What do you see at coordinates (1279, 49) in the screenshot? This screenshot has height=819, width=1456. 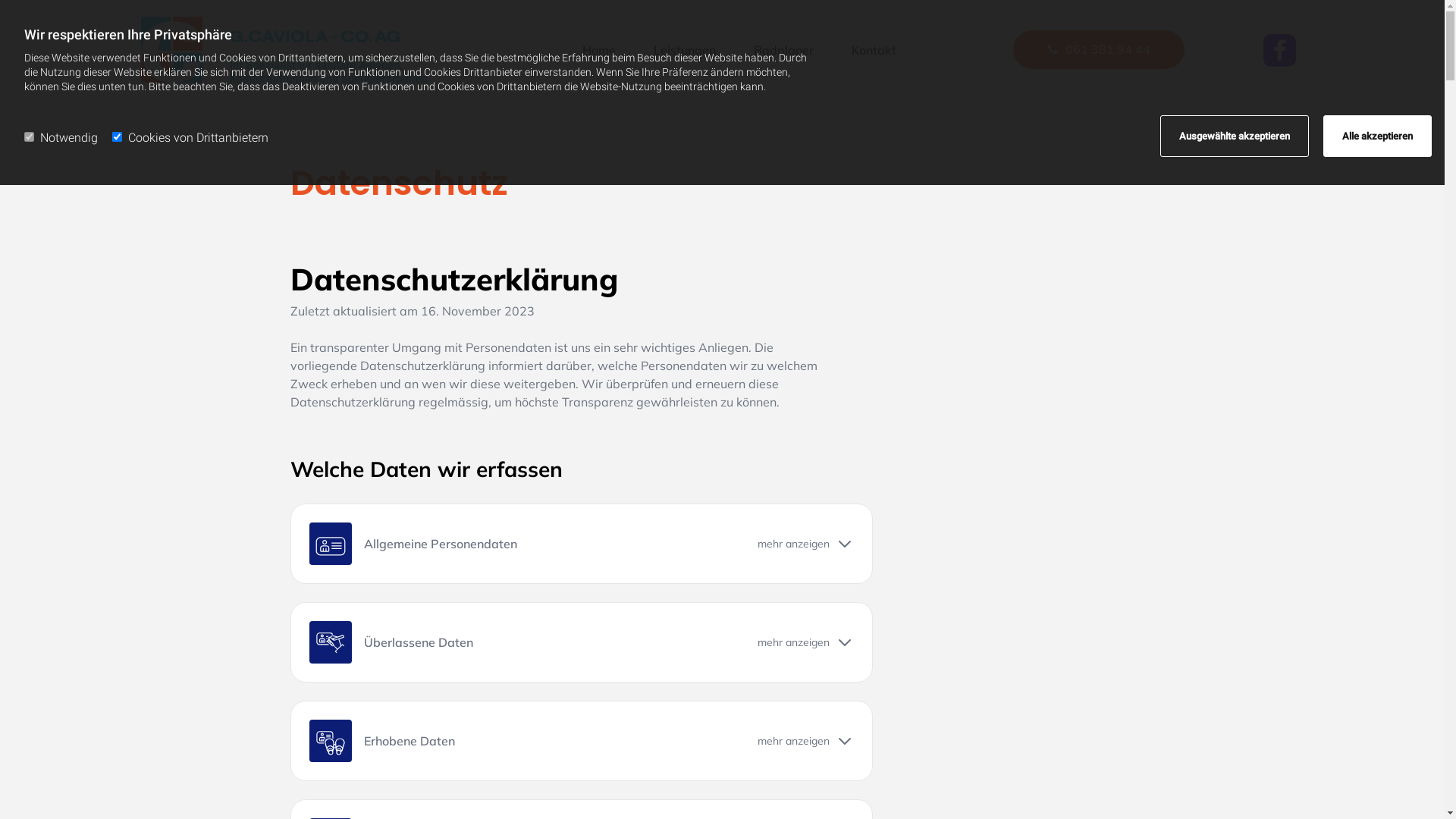 I see `'Facebook '` at bounding box center [1279, 49].